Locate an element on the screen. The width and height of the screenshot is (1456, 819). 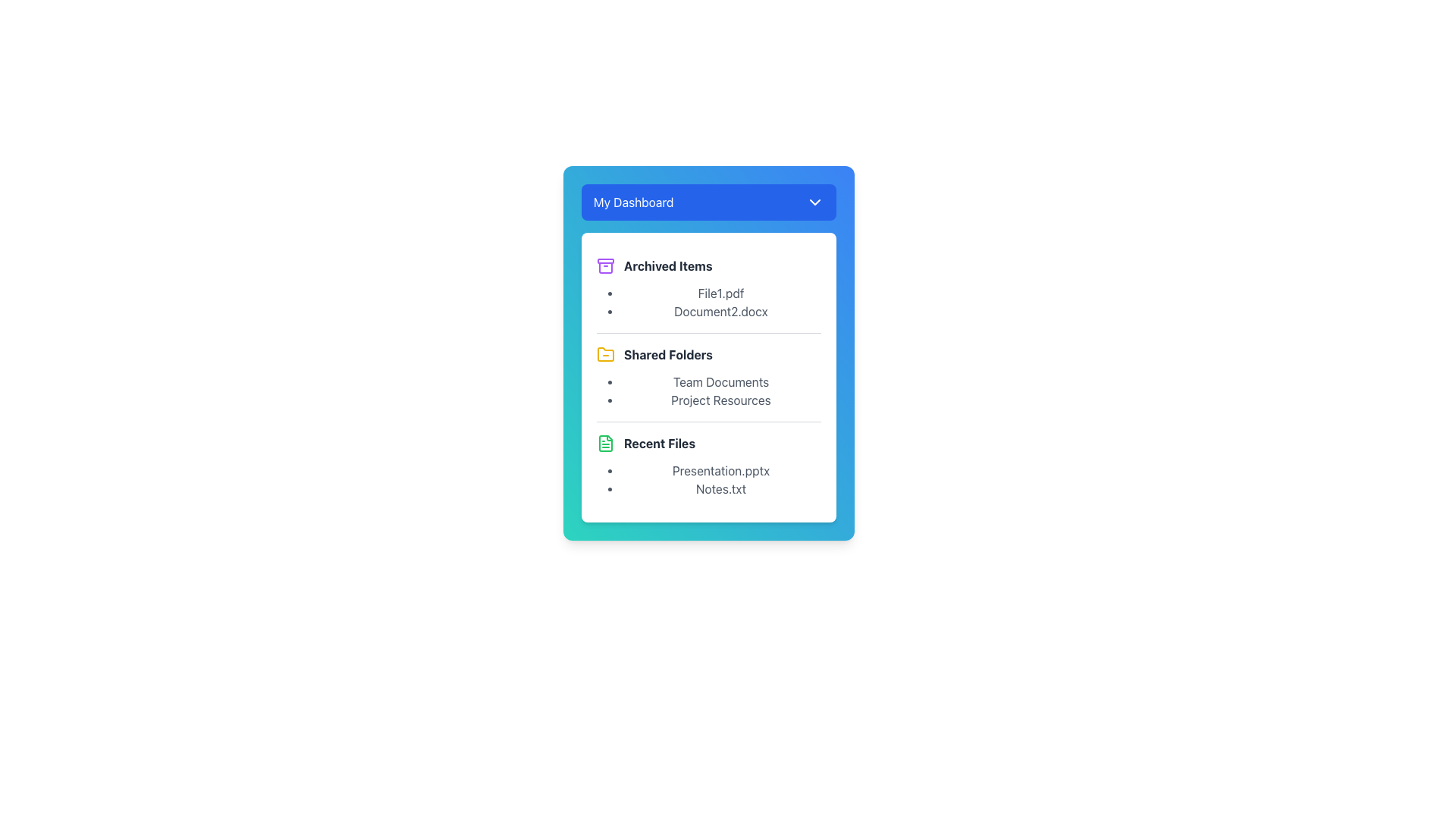
the 'Shared Folders' label element is located at coordinates (708, 354).